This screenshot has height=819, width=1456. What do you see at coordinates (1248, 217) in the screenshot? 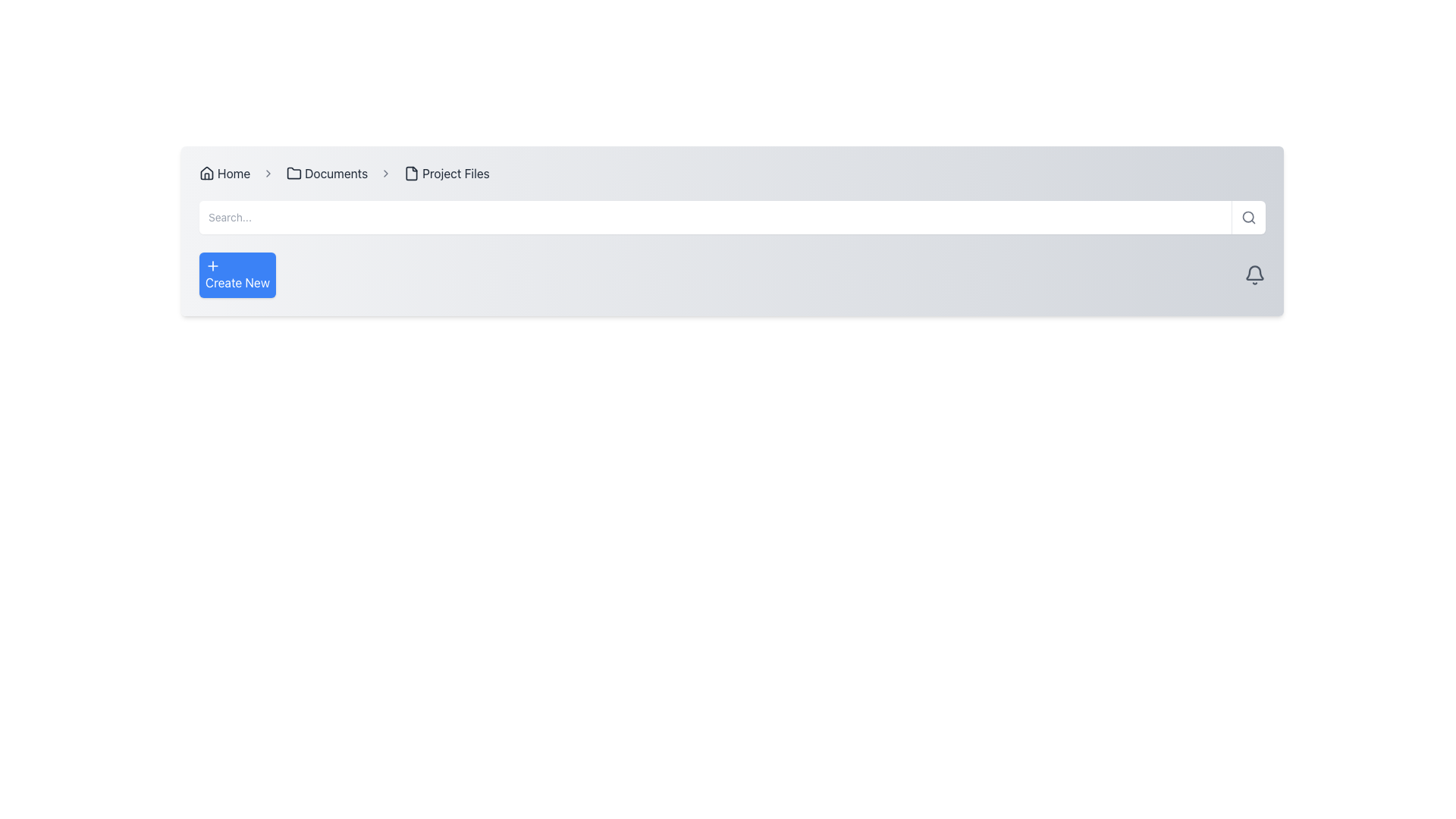
I see `the decorative SVG Circle that represents the search functionality, located inside the magnifying glass icon on the right side of the search input field` at bounding box center [1248, 217].